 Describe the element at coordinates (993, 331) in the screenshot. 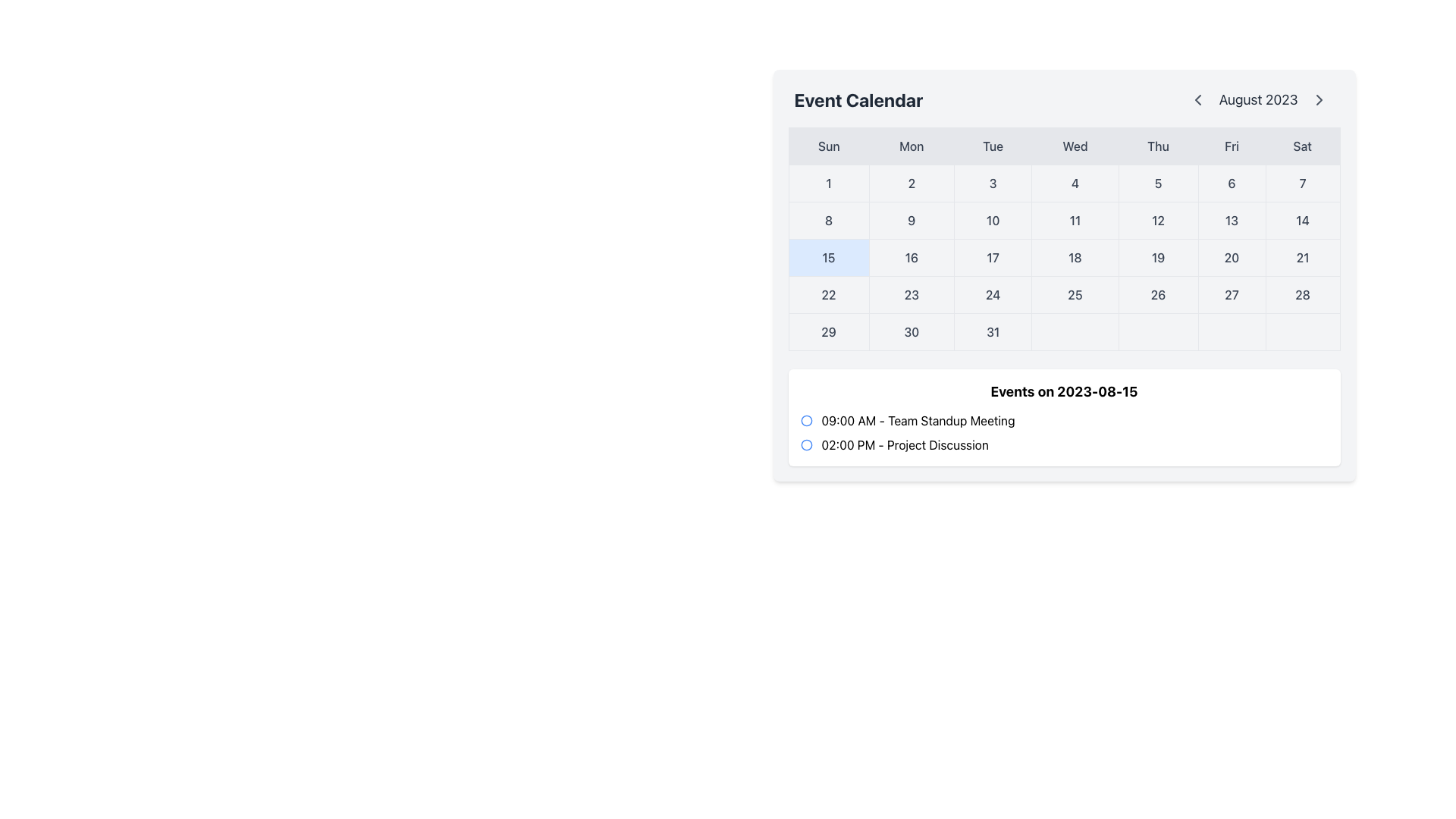

I see `the Day cell representing the date '31' in the calendar grid` at that location.